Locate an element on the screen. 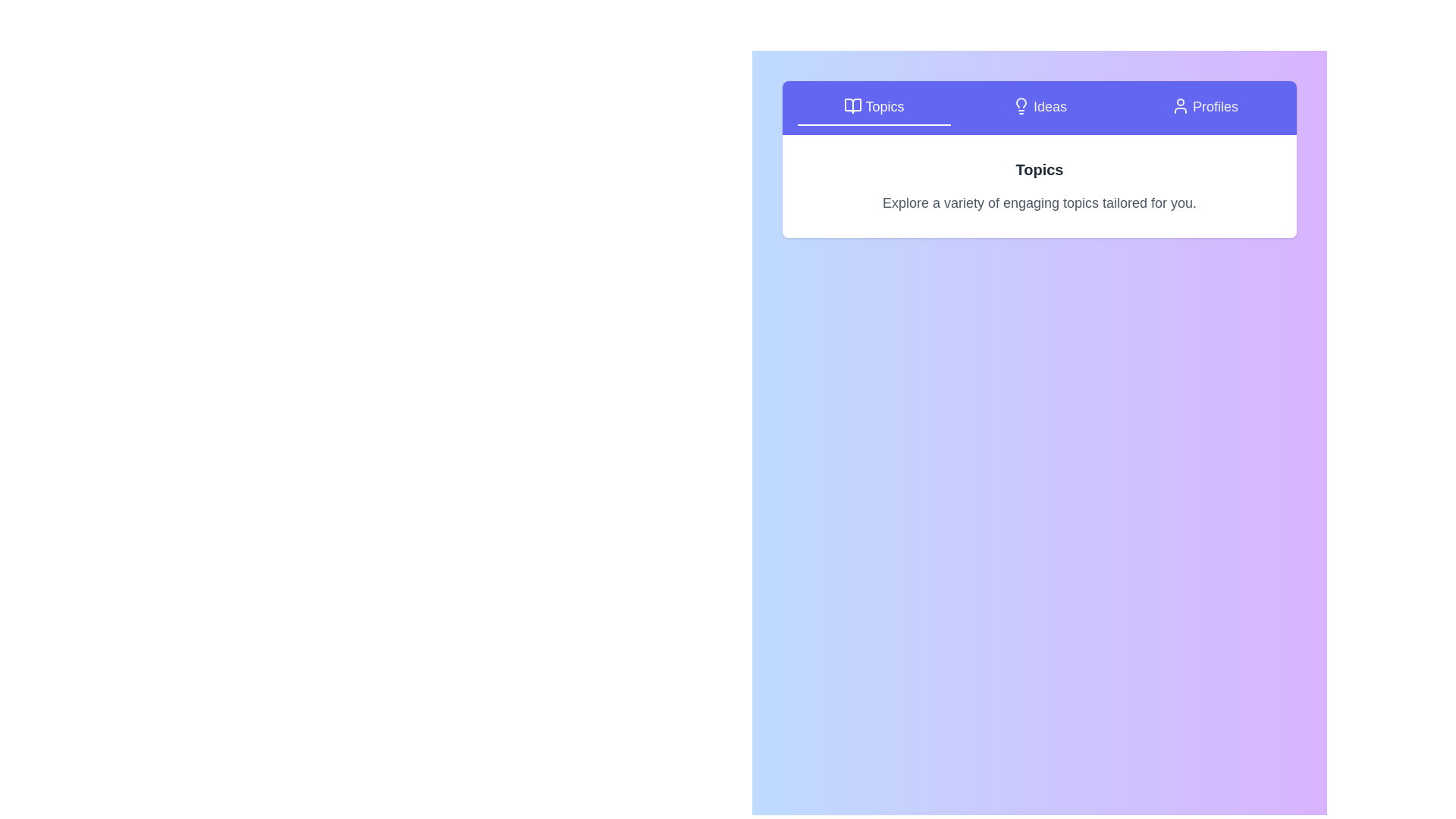 The width and height of the screenshot is (1456, 819). the Ideas tab by clicking on it is located at coordinates (1039, 107).